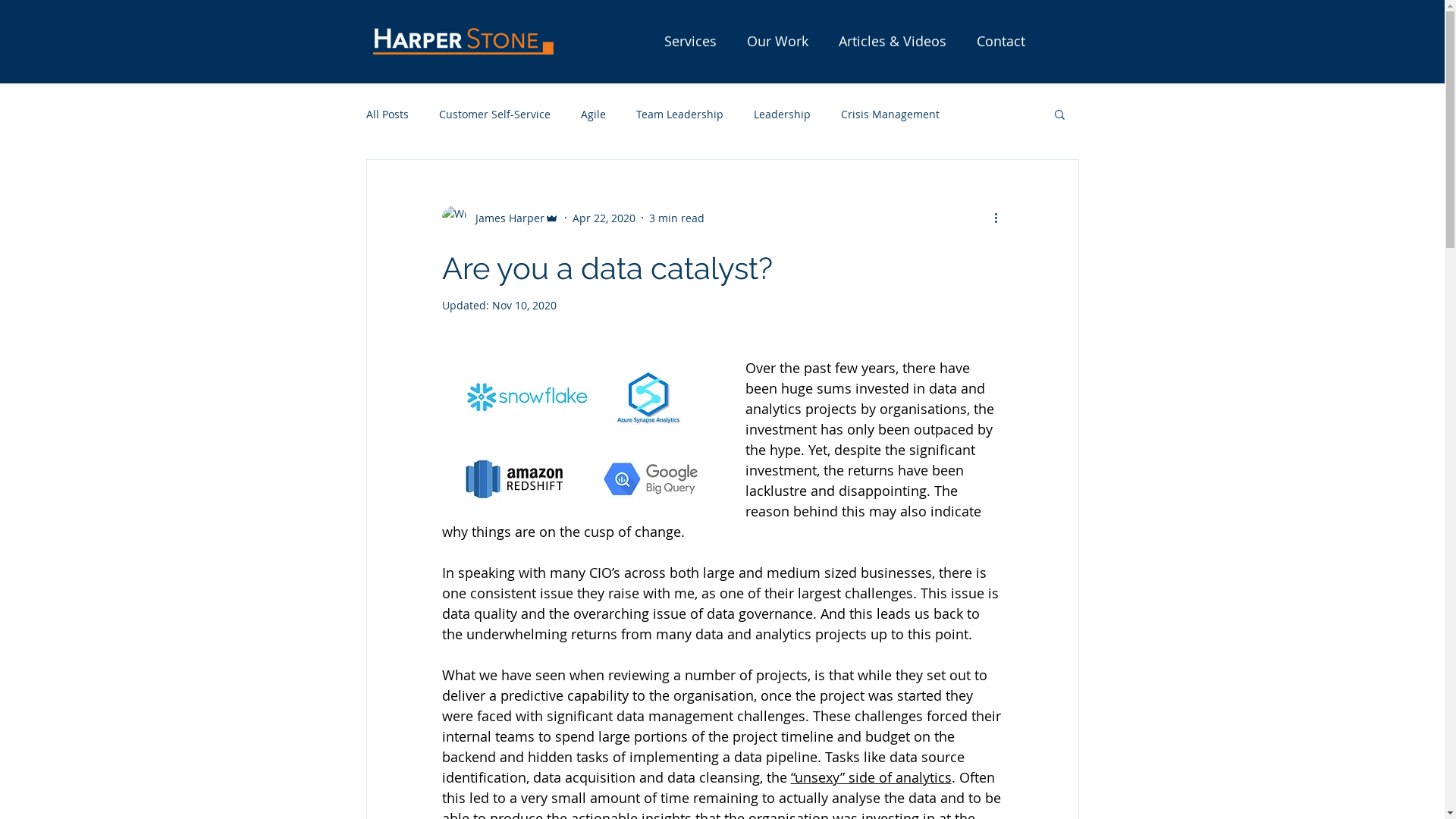 The image size is (1456, 819). What do you see at coordinates (892, 40) in the screenshot?
I see `'Articles & Videos'` at bounding box center [892, 40].